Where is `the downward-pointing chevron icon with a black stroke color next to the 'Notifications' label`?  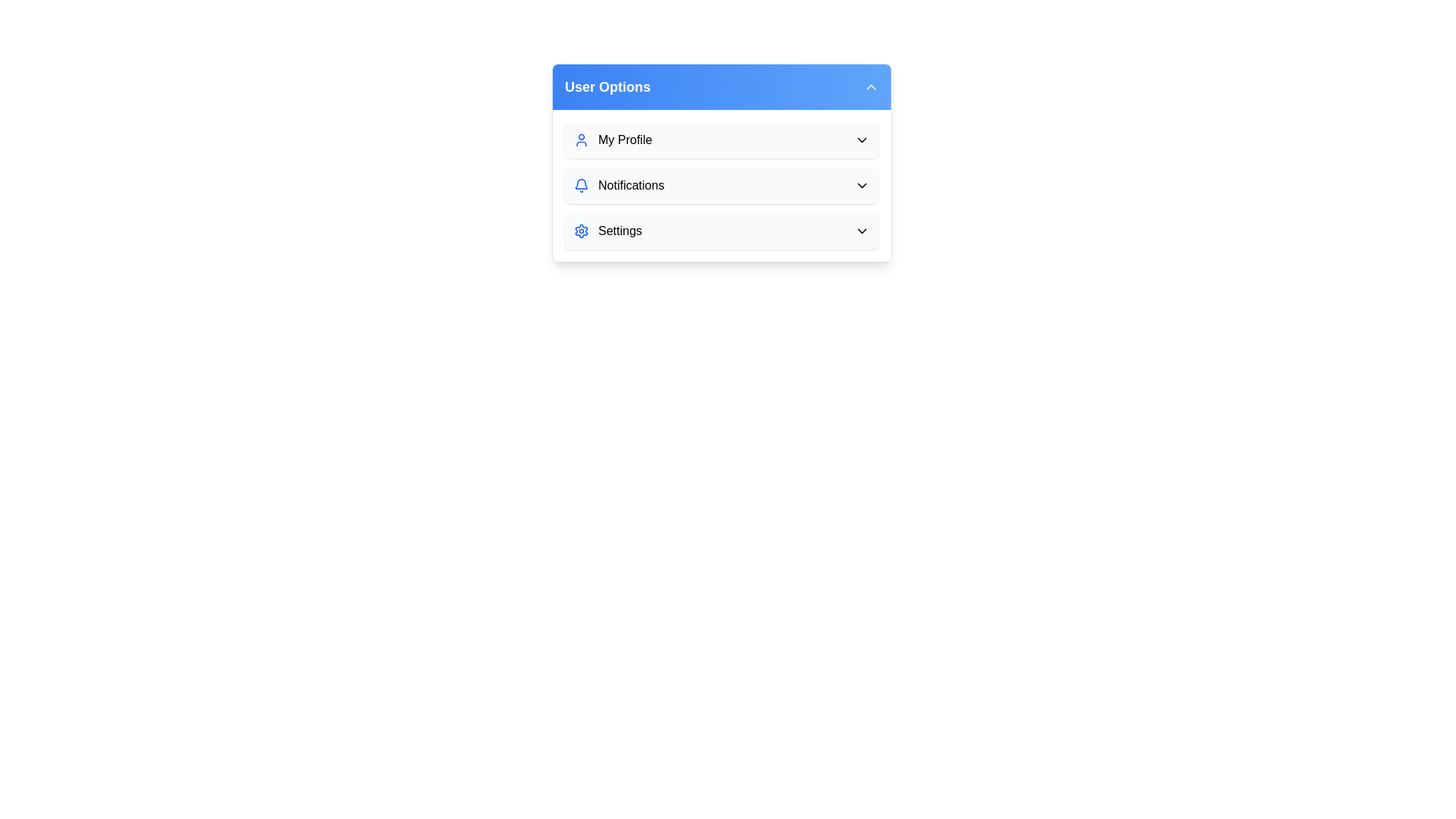
the downward-pointing chevron icon with a black stroke color next to the 'Notifications' label is located at coordinates (862, 185).